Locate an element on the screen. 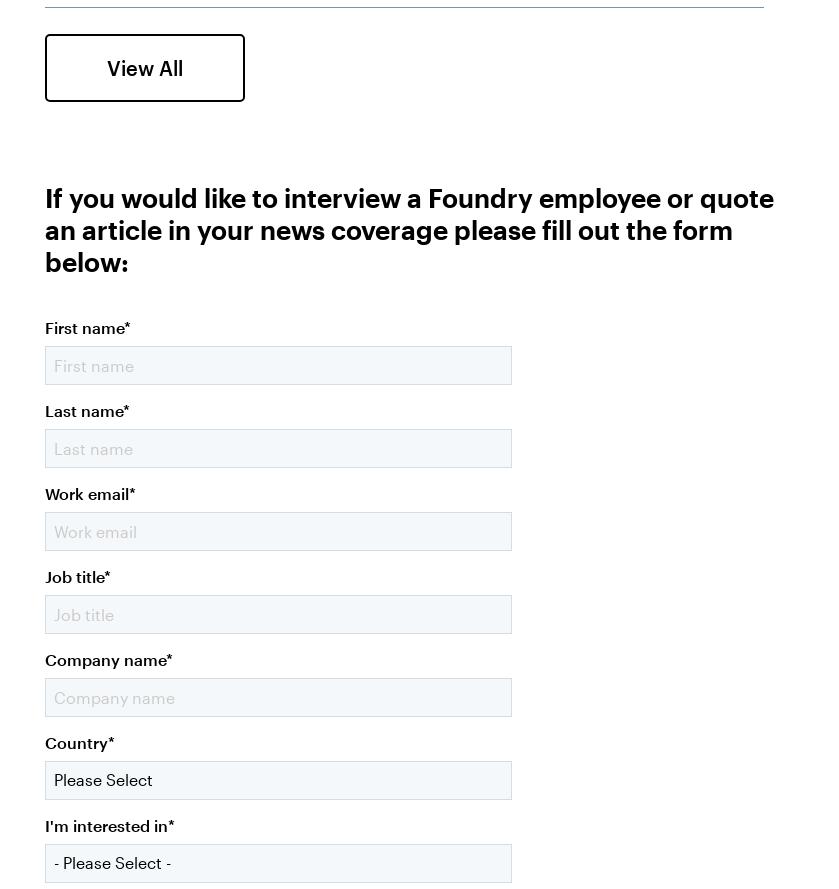 Image resolution: width=839 pixels, height=889 pixels. 'Company name' is located at coordinates (44, 658).